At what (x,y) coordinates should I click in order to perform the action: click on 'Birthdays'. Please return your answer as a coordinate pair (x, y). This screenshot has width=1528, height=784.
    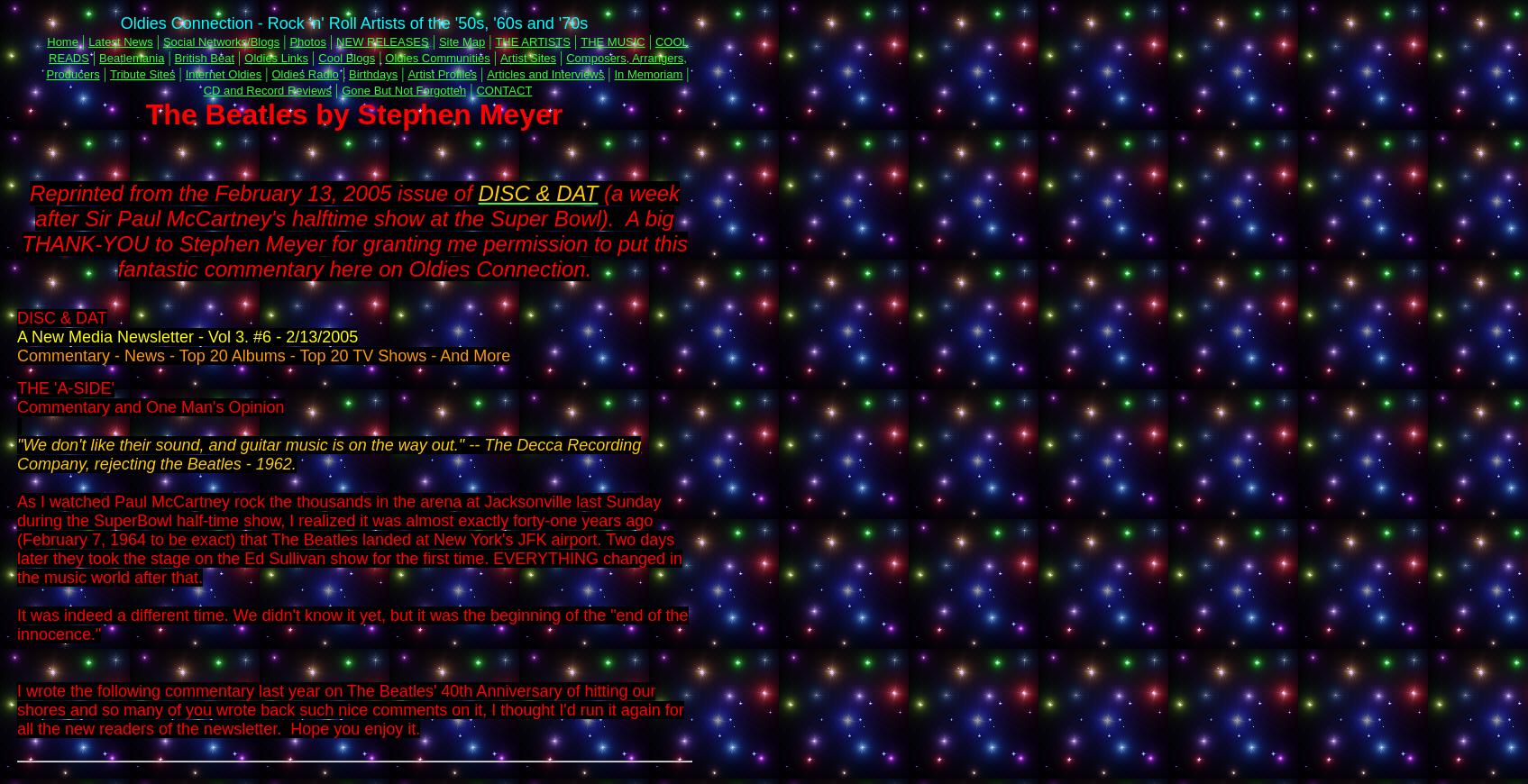
    Looking at the image, I should click on (372, 73).